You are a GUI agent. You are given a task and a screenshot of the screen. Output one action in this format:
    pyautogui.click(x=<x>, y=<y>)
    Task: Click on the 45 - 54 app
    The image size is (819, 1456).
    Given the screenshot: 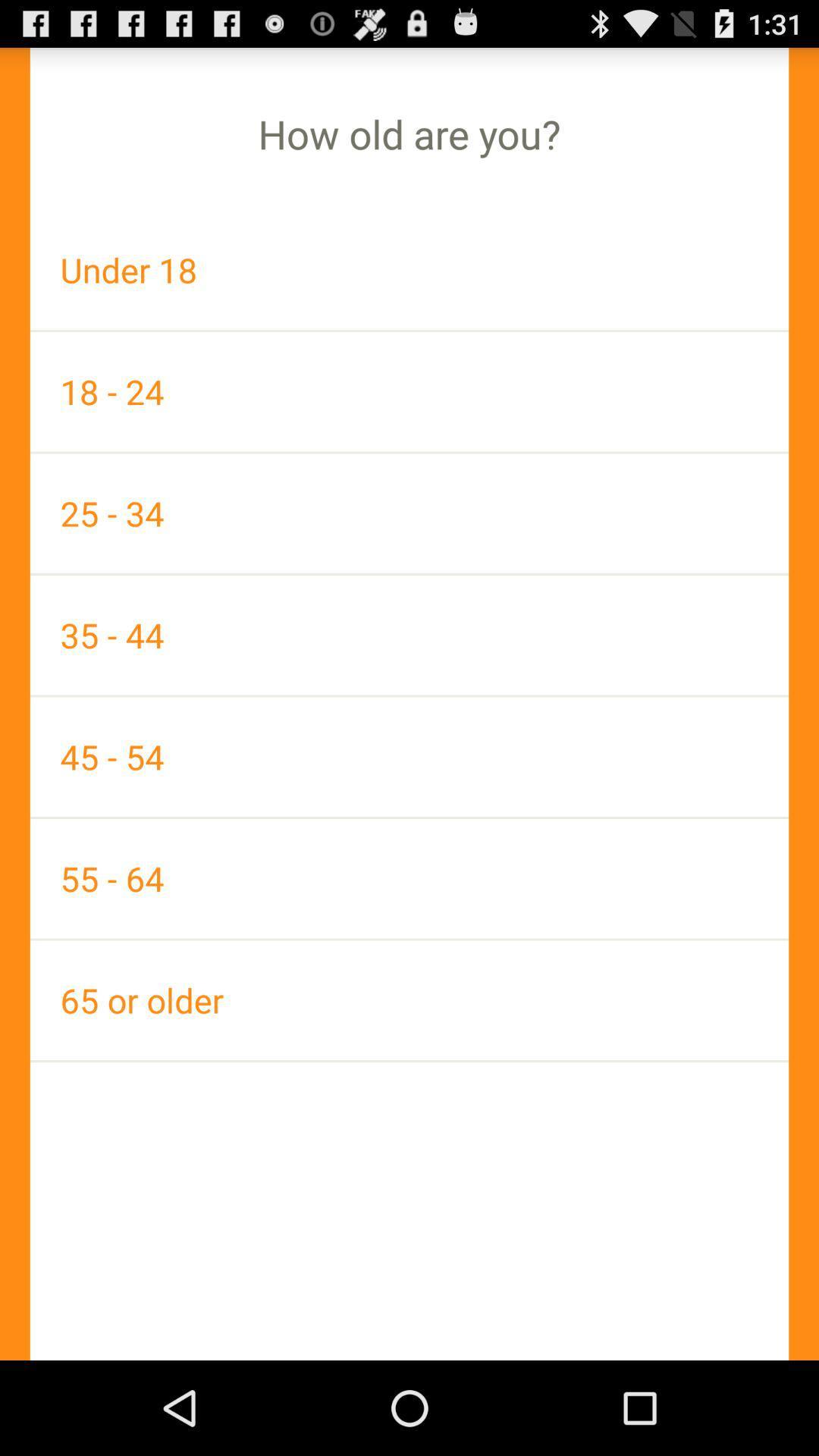 What is the action you would take?
    pyautogui.click(x=409, y=757)
    